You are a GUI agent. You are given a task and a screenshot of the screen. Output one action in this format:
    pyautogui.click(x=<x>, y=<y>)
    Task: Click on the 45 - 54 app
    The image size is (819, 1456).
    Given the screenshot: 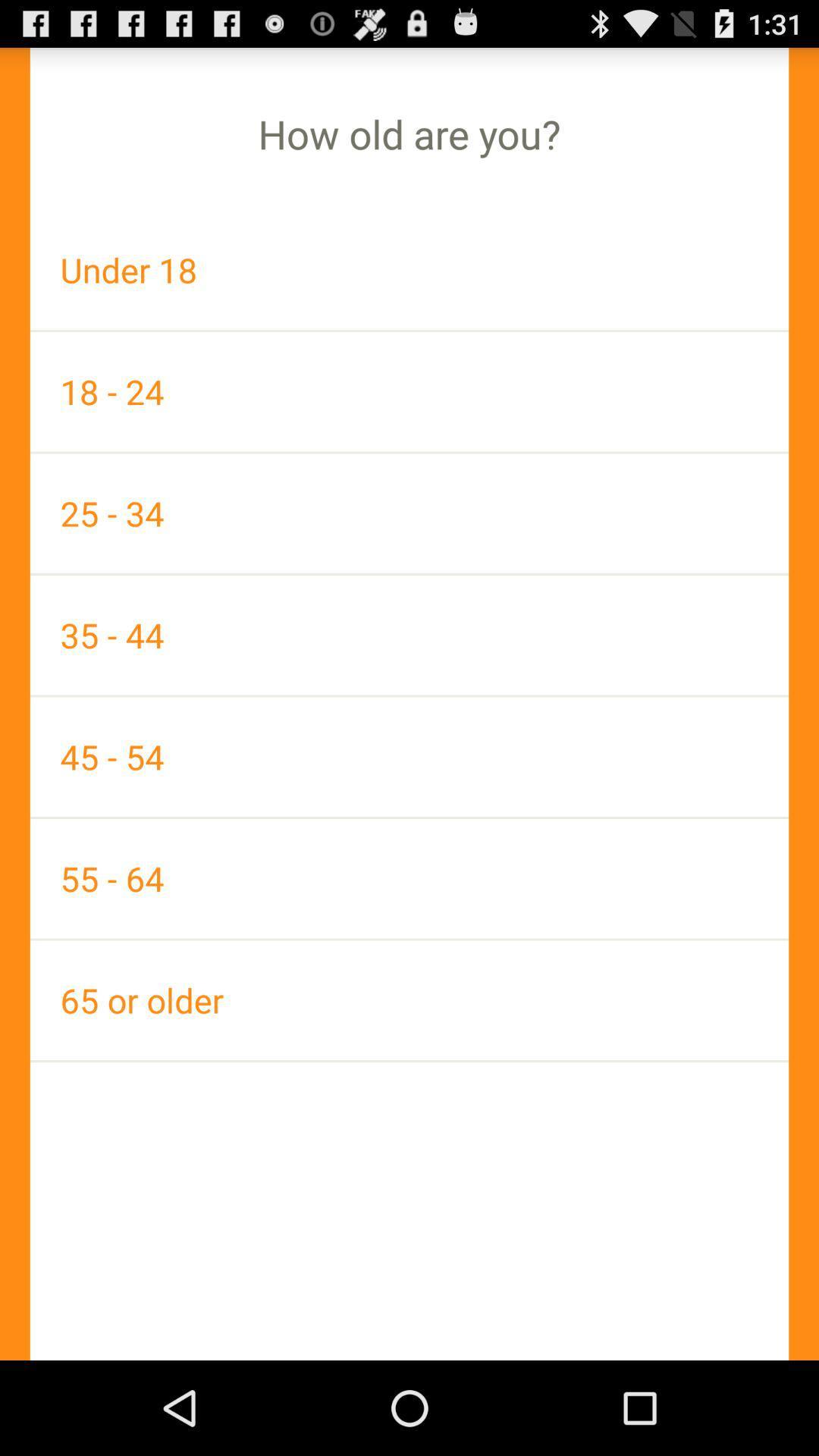 What is the action you would take?
    pyautogui.click(x=409, y=757)
    